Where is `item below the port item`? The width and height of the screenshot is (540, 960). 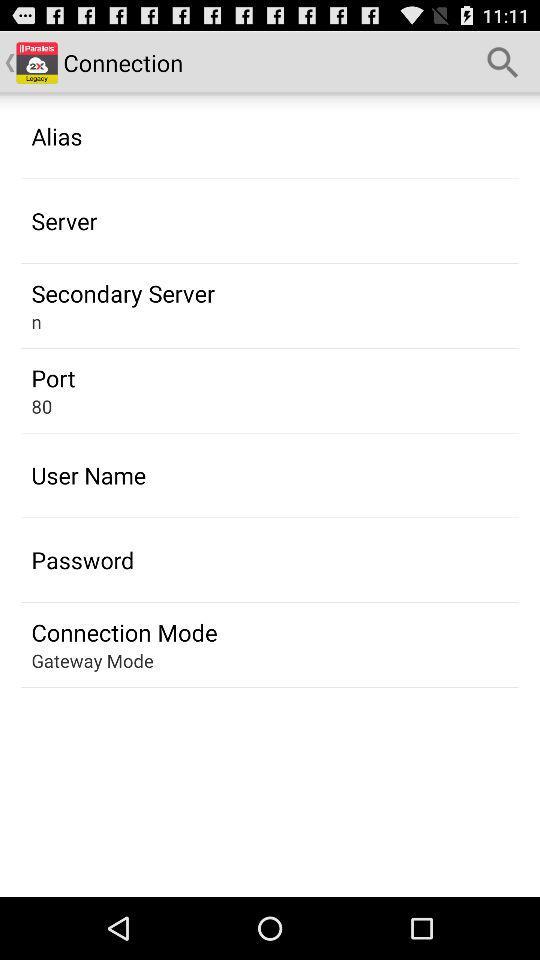 item below the port item is located at coordinates (42, 405).